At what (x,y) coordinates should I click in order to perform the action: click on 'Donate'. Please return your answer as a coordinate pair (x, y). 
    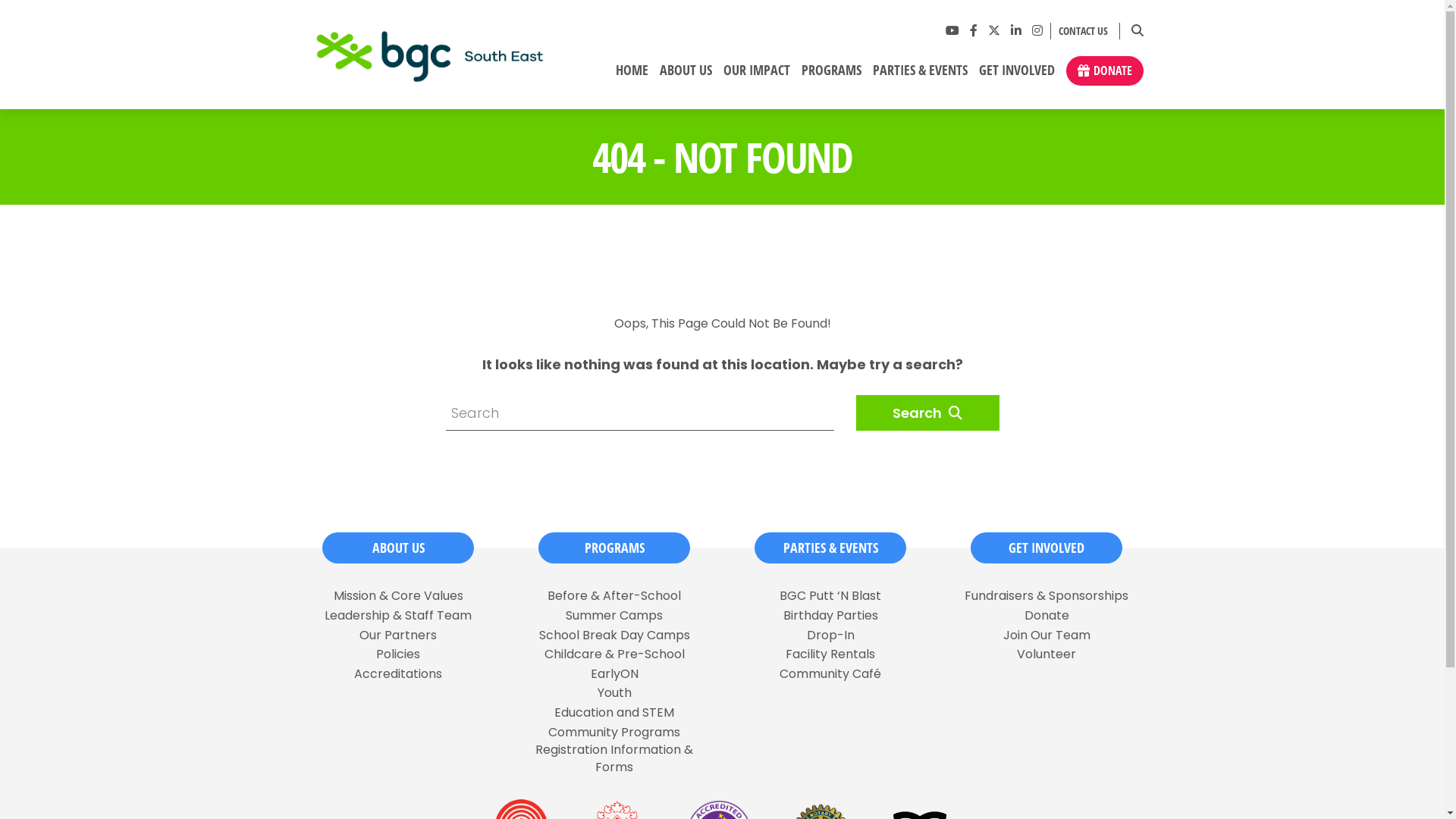
    Looking at the image, I should click on (1045, 616).